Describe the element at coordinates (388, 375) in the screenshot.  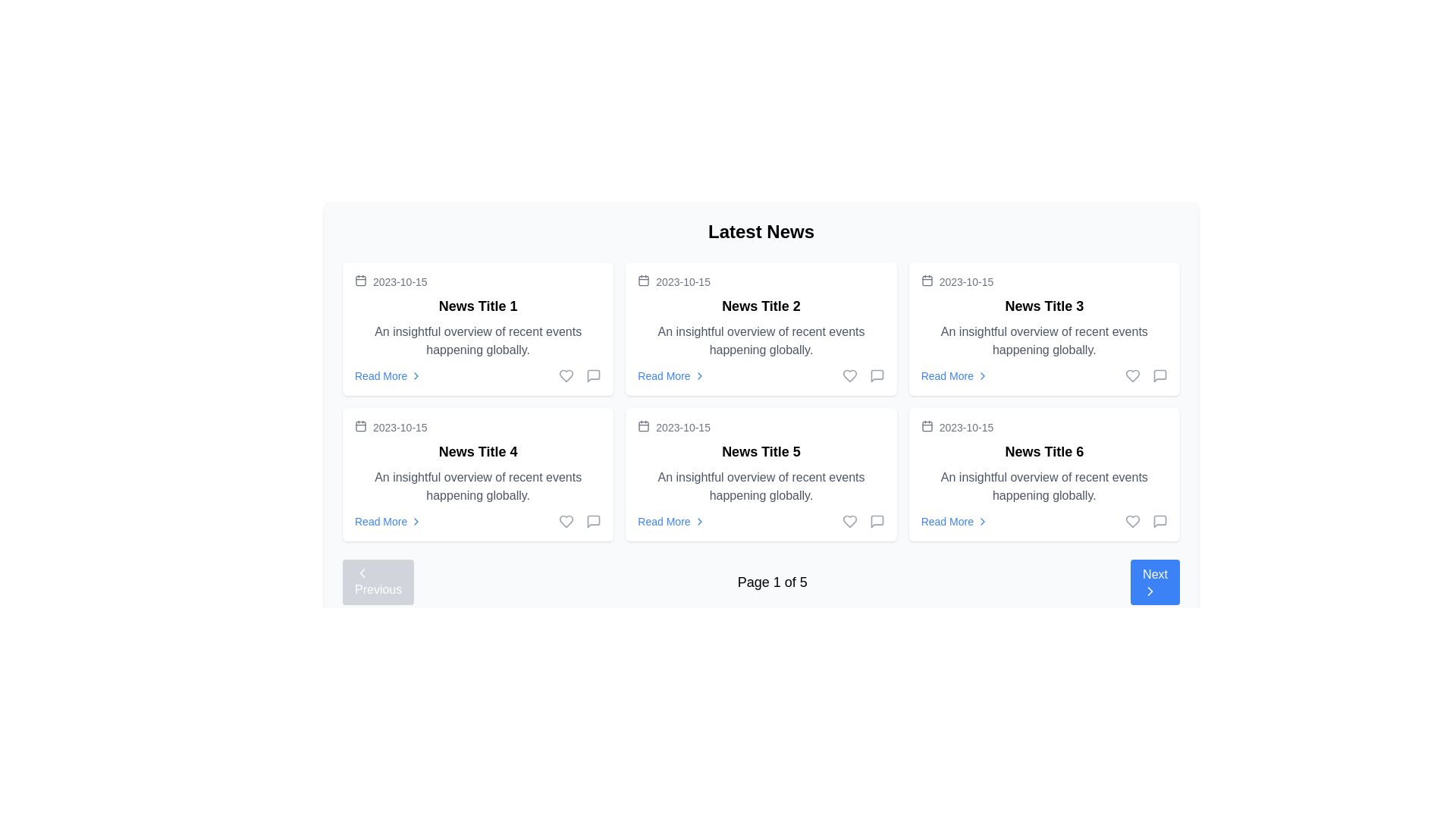
I see `the hyperlink with an accompanying icon located at the bottom of the box representing 'News Title 1'` at that location.